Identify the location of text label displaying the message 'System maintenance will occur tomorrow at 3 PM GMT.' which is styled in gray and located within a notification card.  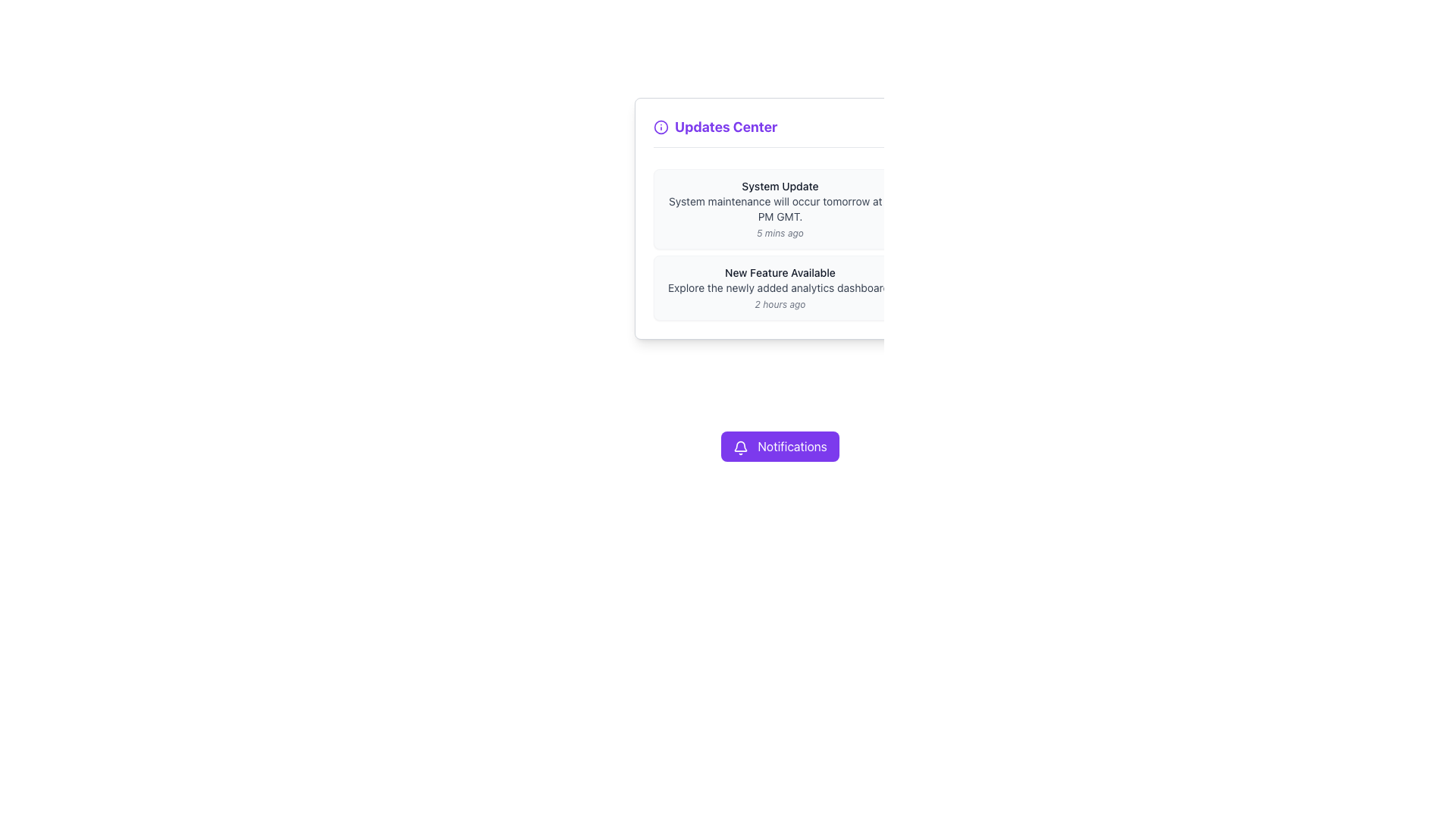
(780, 209).